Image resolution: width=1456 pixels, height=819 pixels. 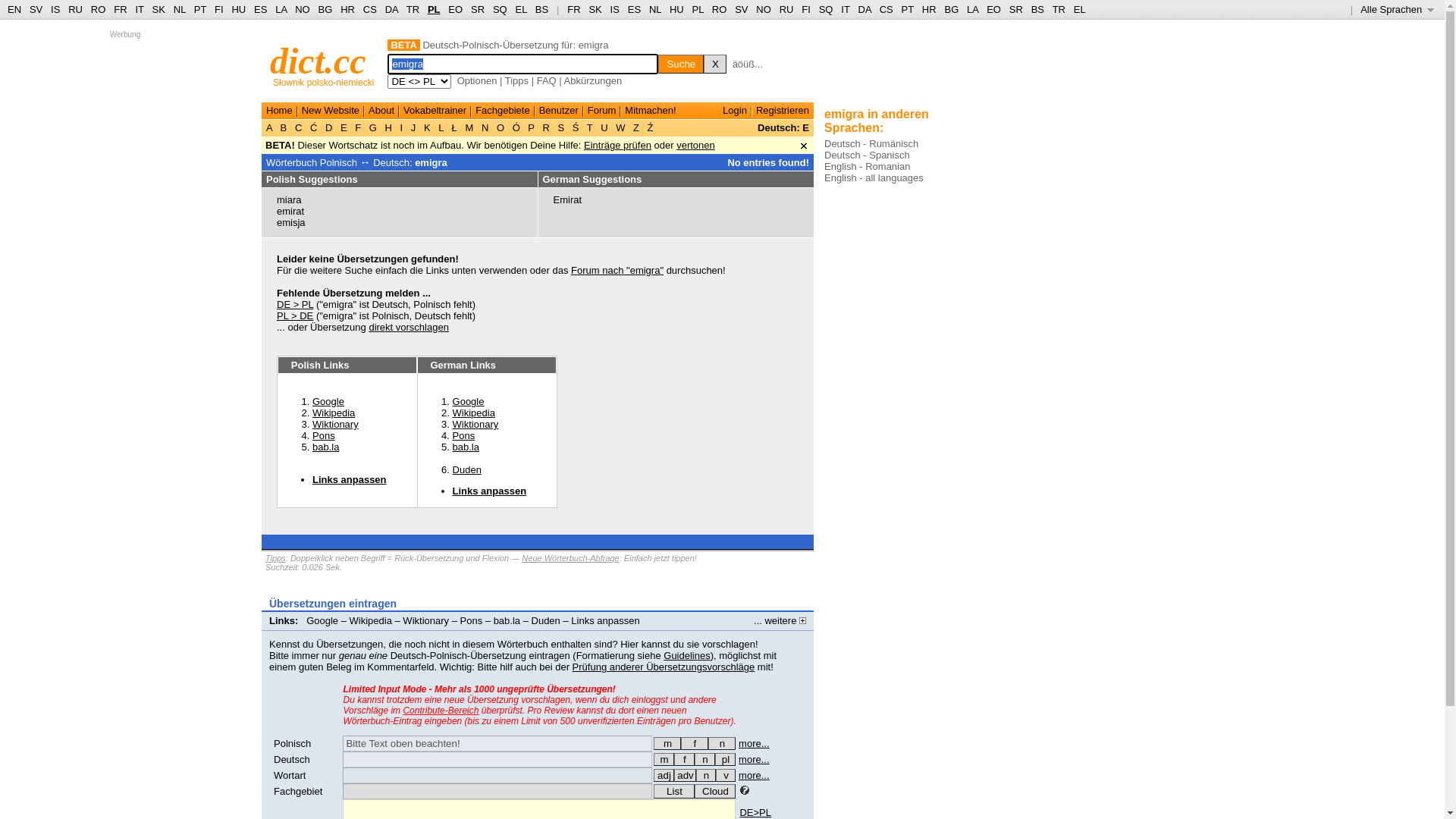 I want to click on 'About', so click(x=381, y=109).